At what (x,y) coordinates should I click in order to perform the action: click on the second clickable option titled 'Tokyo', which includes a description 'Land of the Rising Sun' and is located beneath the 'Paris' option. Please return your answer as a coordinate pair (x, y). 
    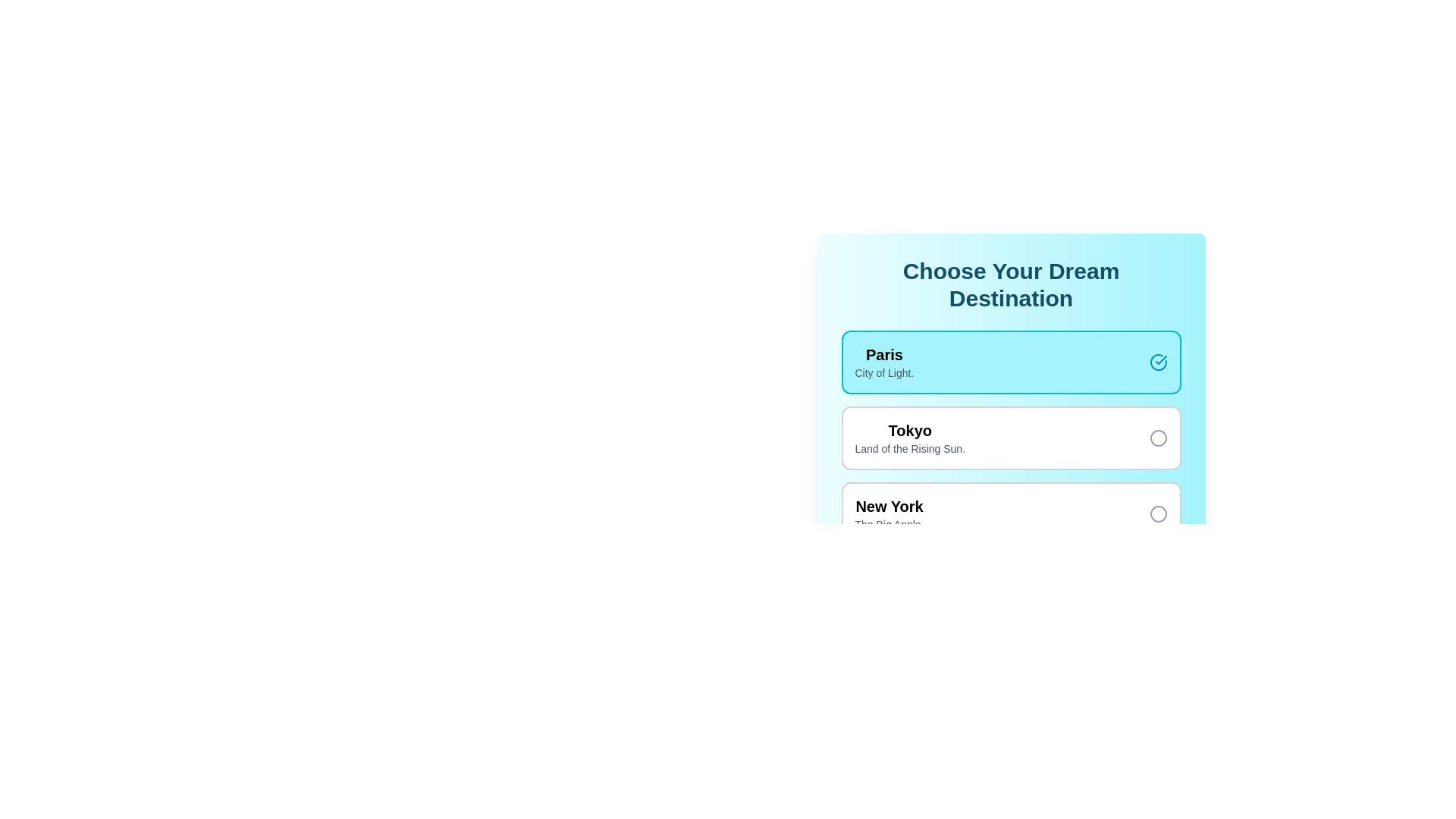
    Looking at the image, I should click on (1011, 438).